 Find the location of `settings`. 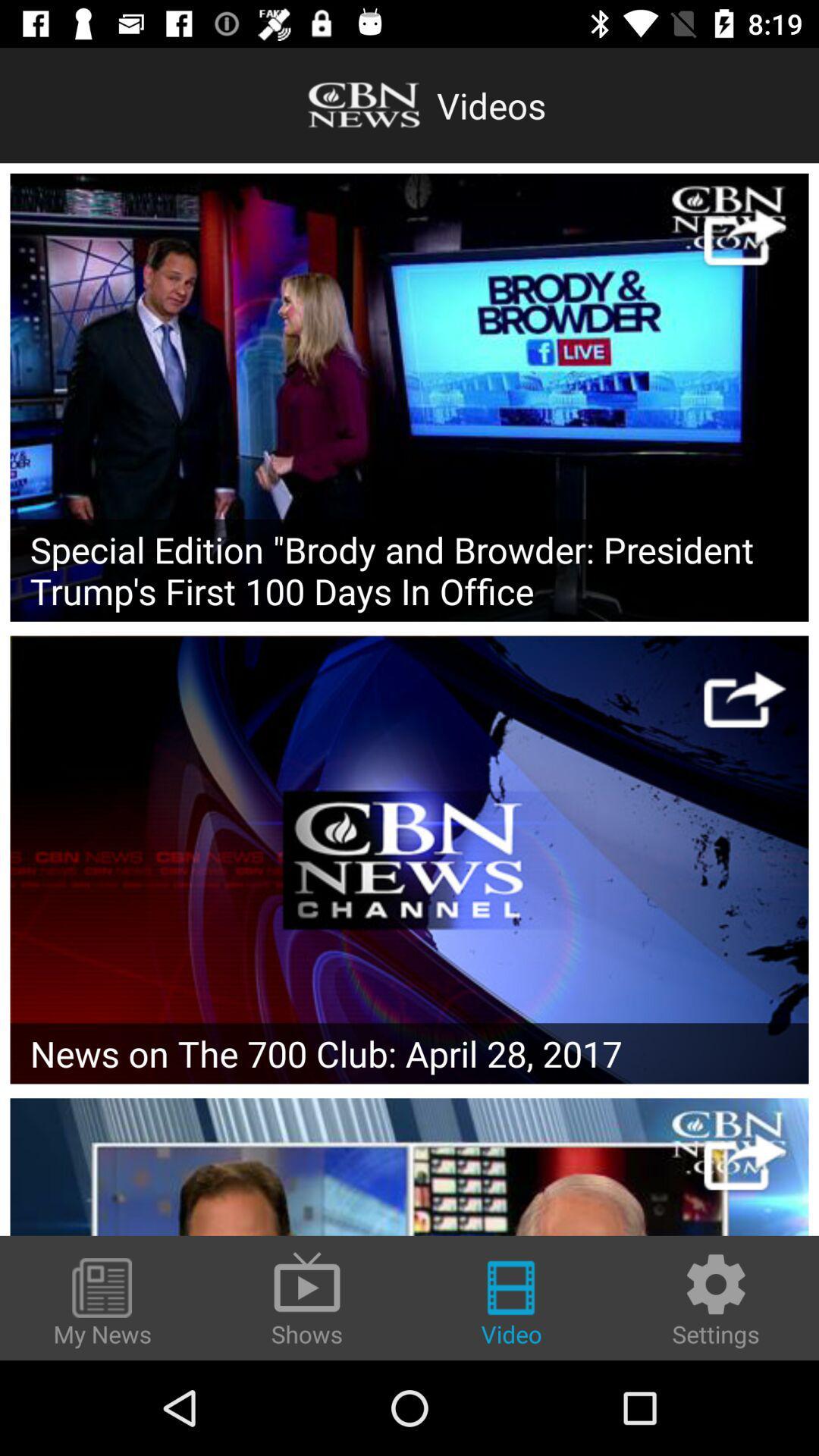

settings is located at coordinates (716, 1298).